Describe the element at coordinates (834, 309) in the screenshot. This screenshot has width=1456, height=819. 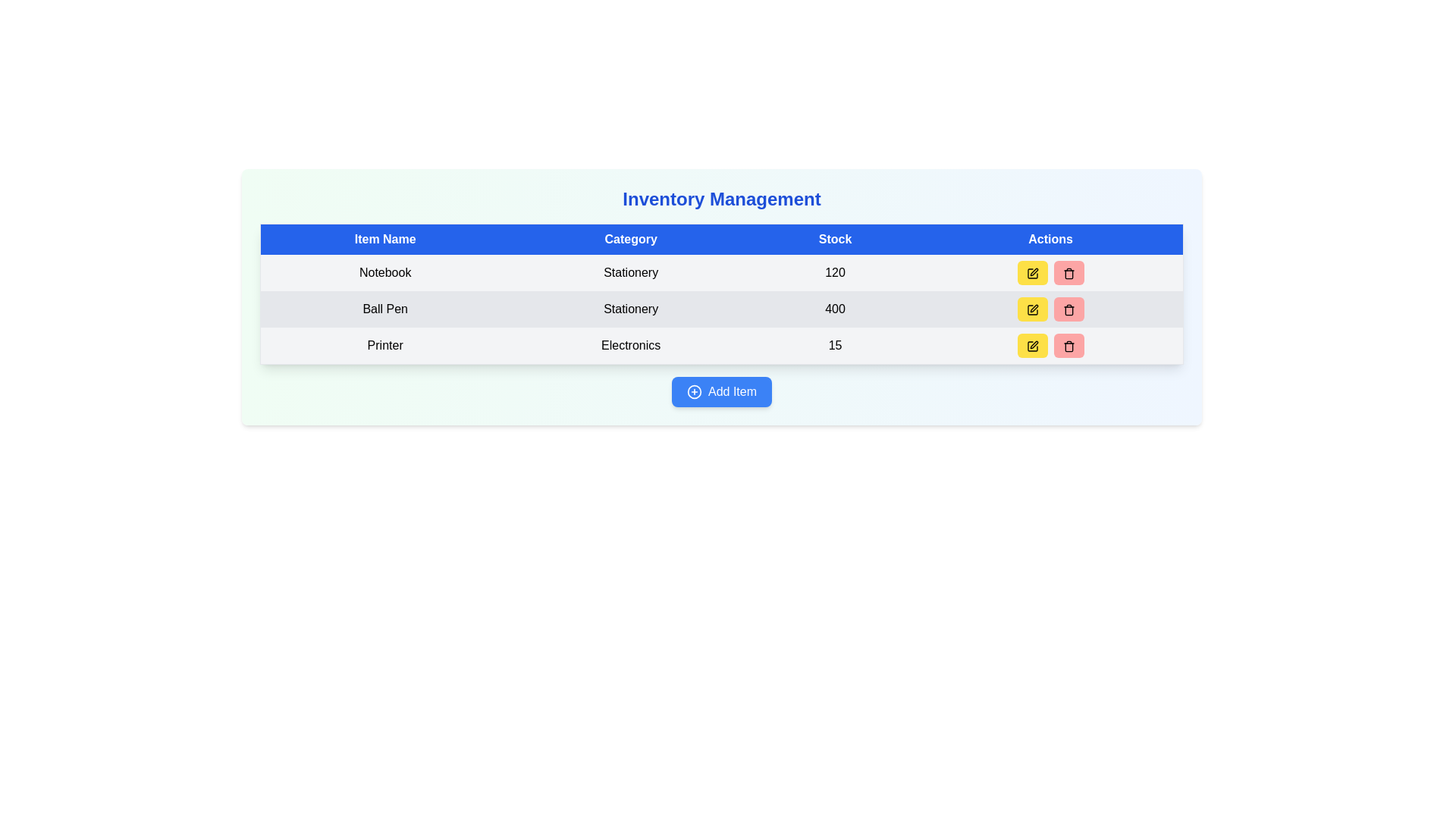
I see `the Text Display element that shows the inventory quantity of 'Ball Pen', indicating 400 units in stock, located in the Stock column of the Ball Pen row in the table` at that location.